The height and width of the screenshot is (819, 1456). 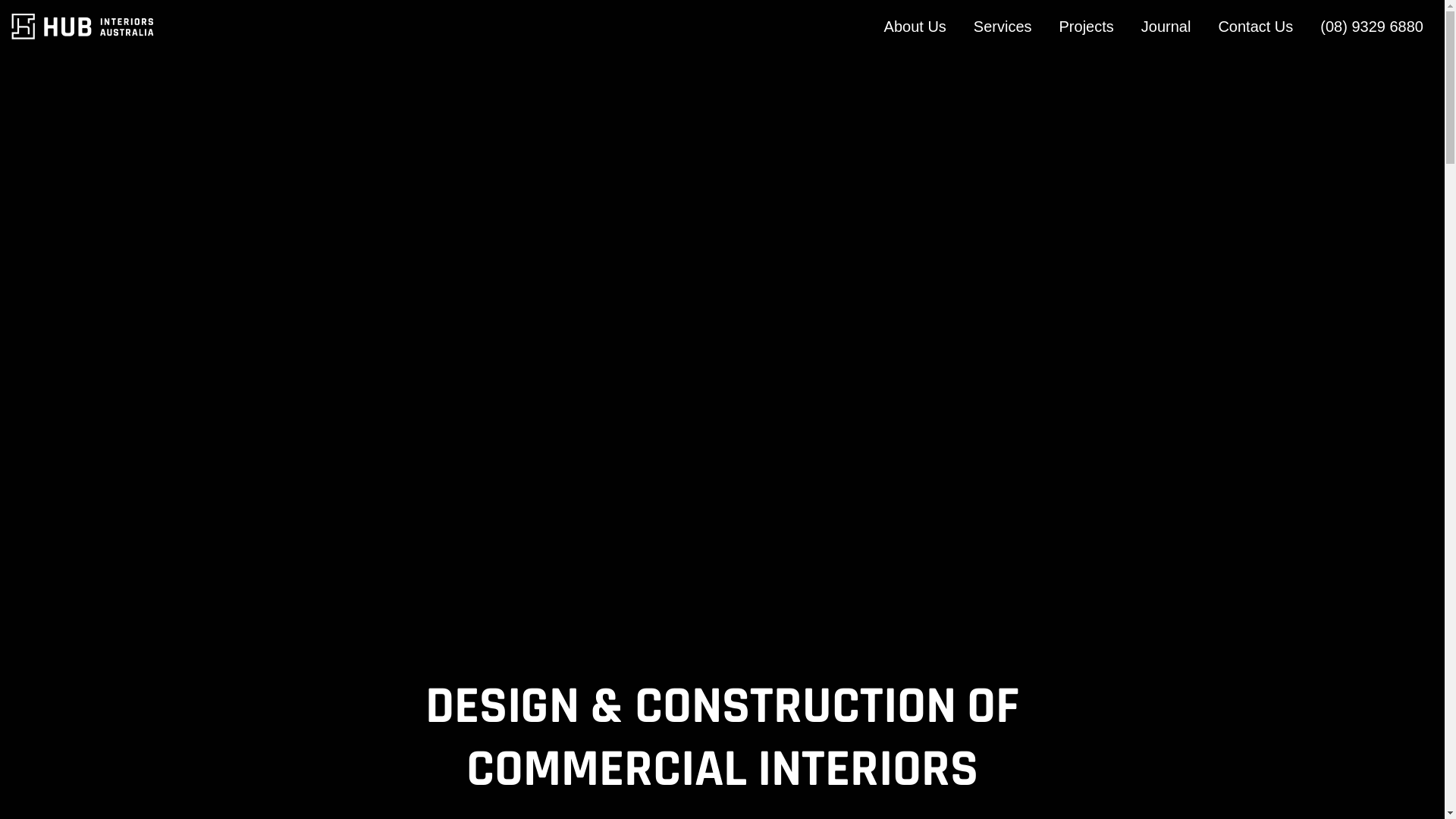 What do you see at coordinates (82, 26) in the screenshot?
I see `'Hub Interiors'` at bounding box center [82, 26].